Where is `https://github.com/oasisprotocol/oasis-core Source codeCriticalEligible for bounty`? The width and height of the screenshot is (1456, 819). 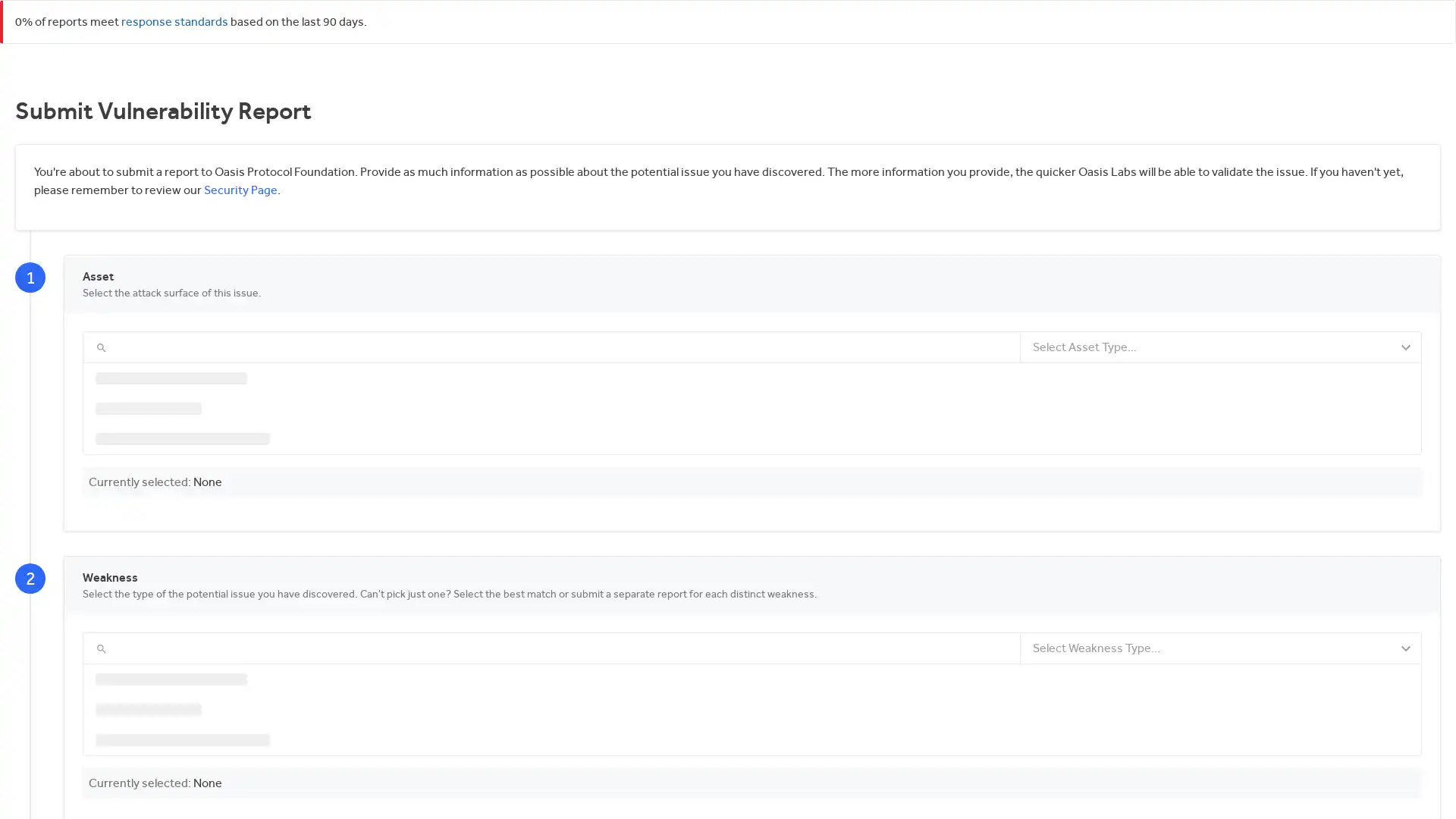
https://github.com/oasisprotocol/oasis-core Source codeCriticalEligible for bounty is located at coordinates (752, 383).